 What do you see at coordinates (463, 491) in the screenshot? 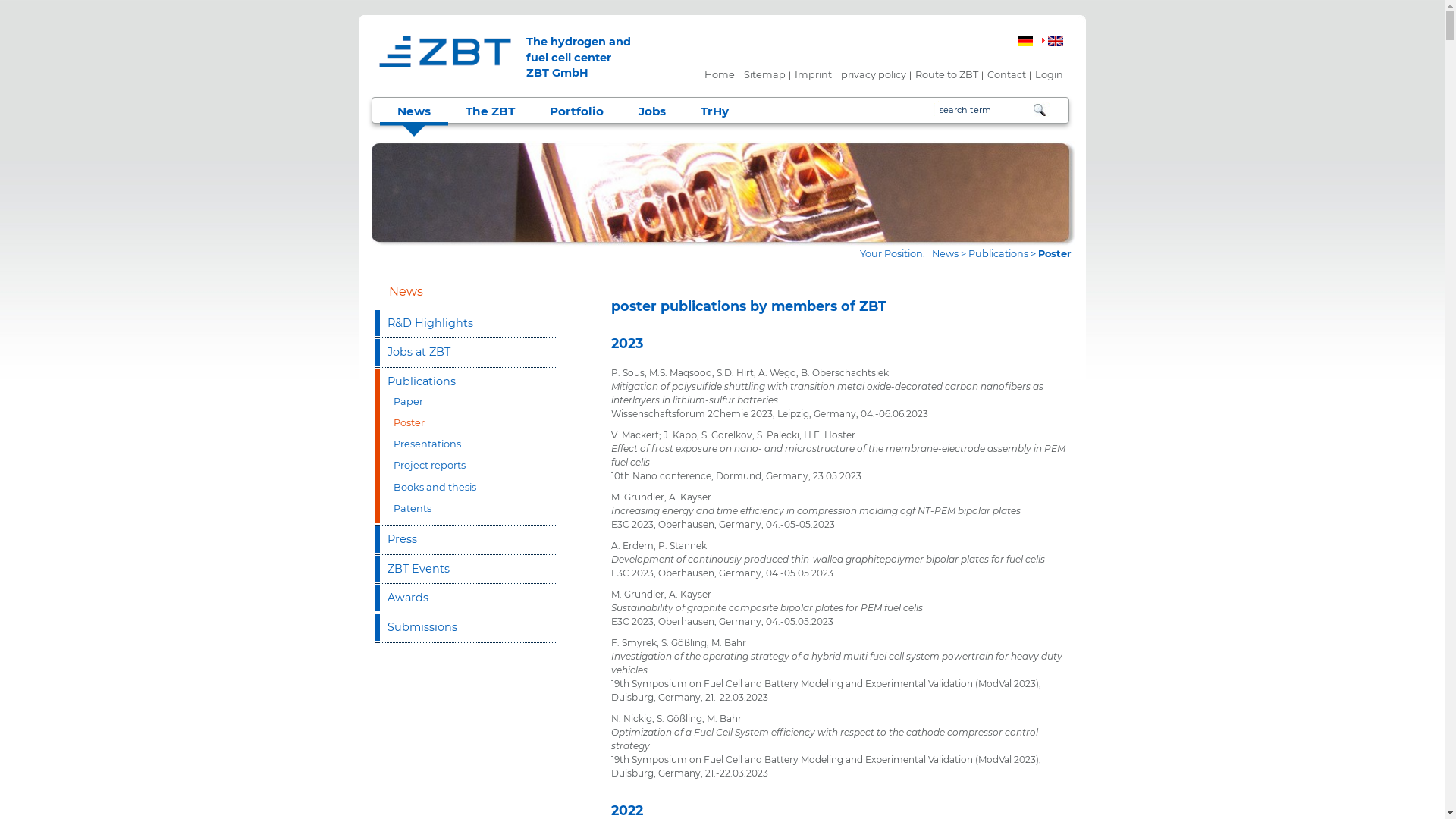
I see `'Books and thesis'` at bounding box center [463, 491].